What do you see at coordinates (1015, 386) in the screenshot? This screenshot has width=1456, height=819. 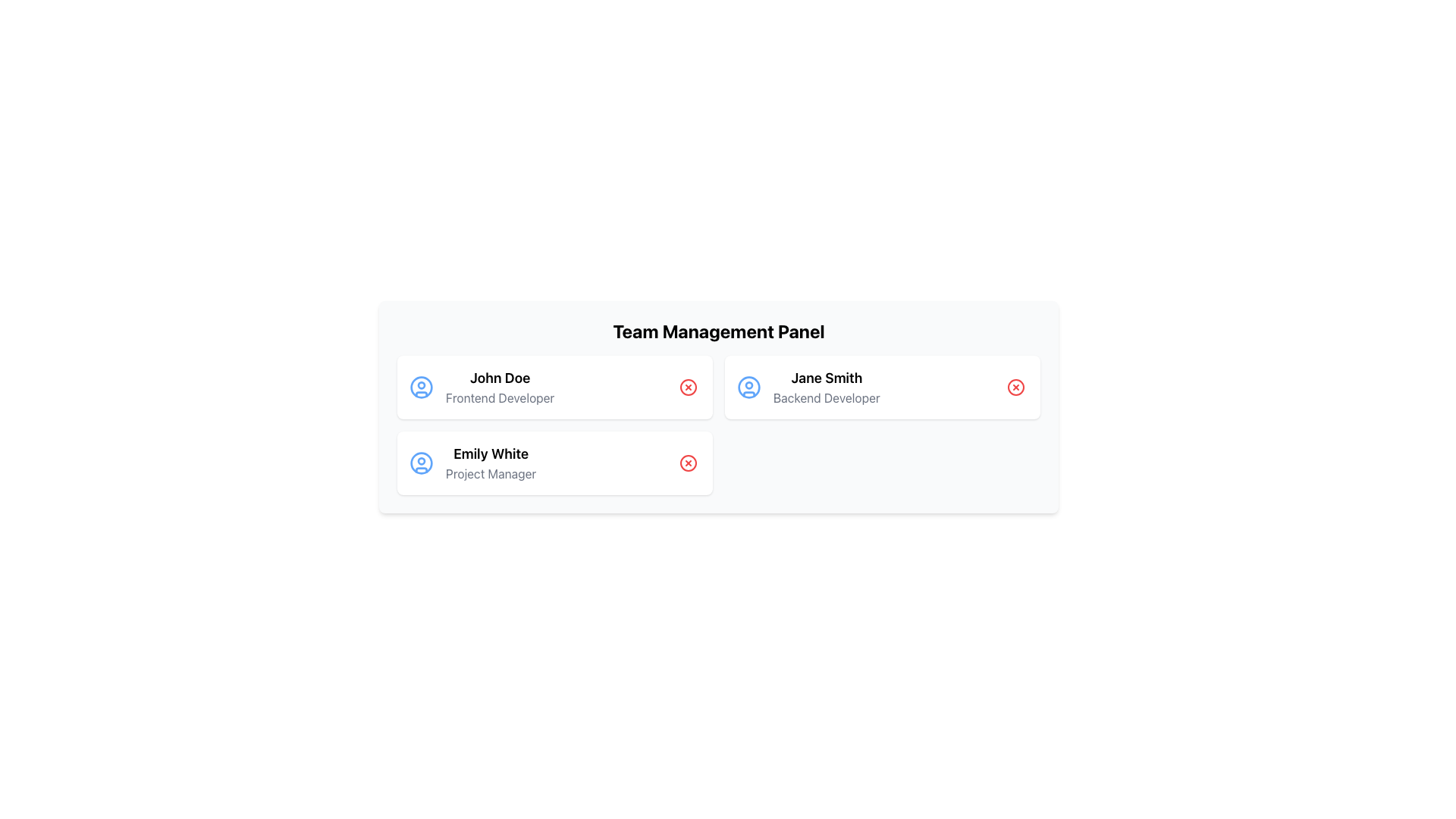 I see `the circular Close or delete button with a red 'X' symbol next to the entry for 'Jane Smith, Backend Developer'` at bounding box center [1015, 386].